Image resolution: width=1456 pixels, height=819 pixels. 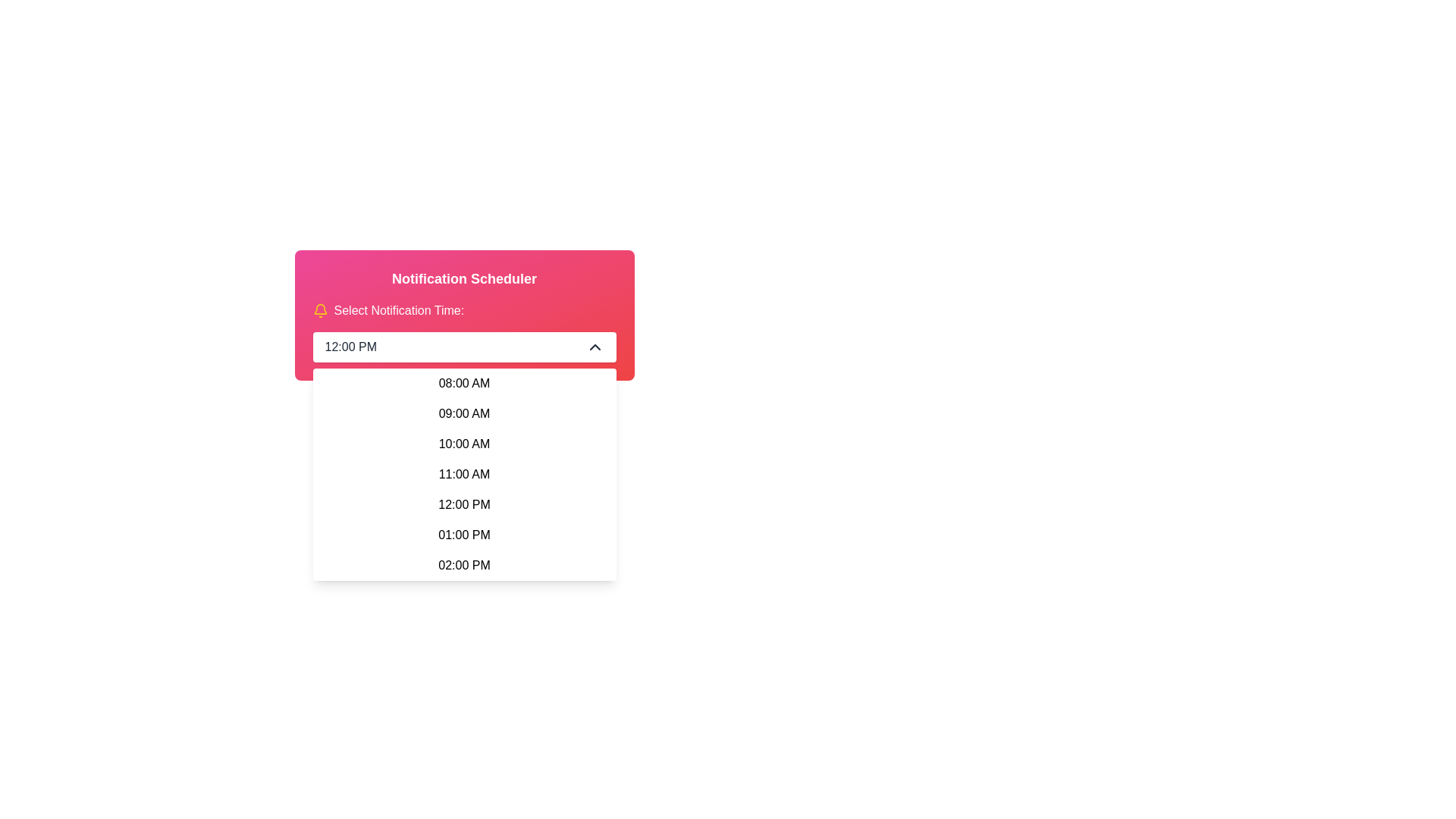 I want to click on the selectable time option in the dropdown menu, which is the third item between '09:00 AM' and '11:00 AM', so click(x=463, y=444).